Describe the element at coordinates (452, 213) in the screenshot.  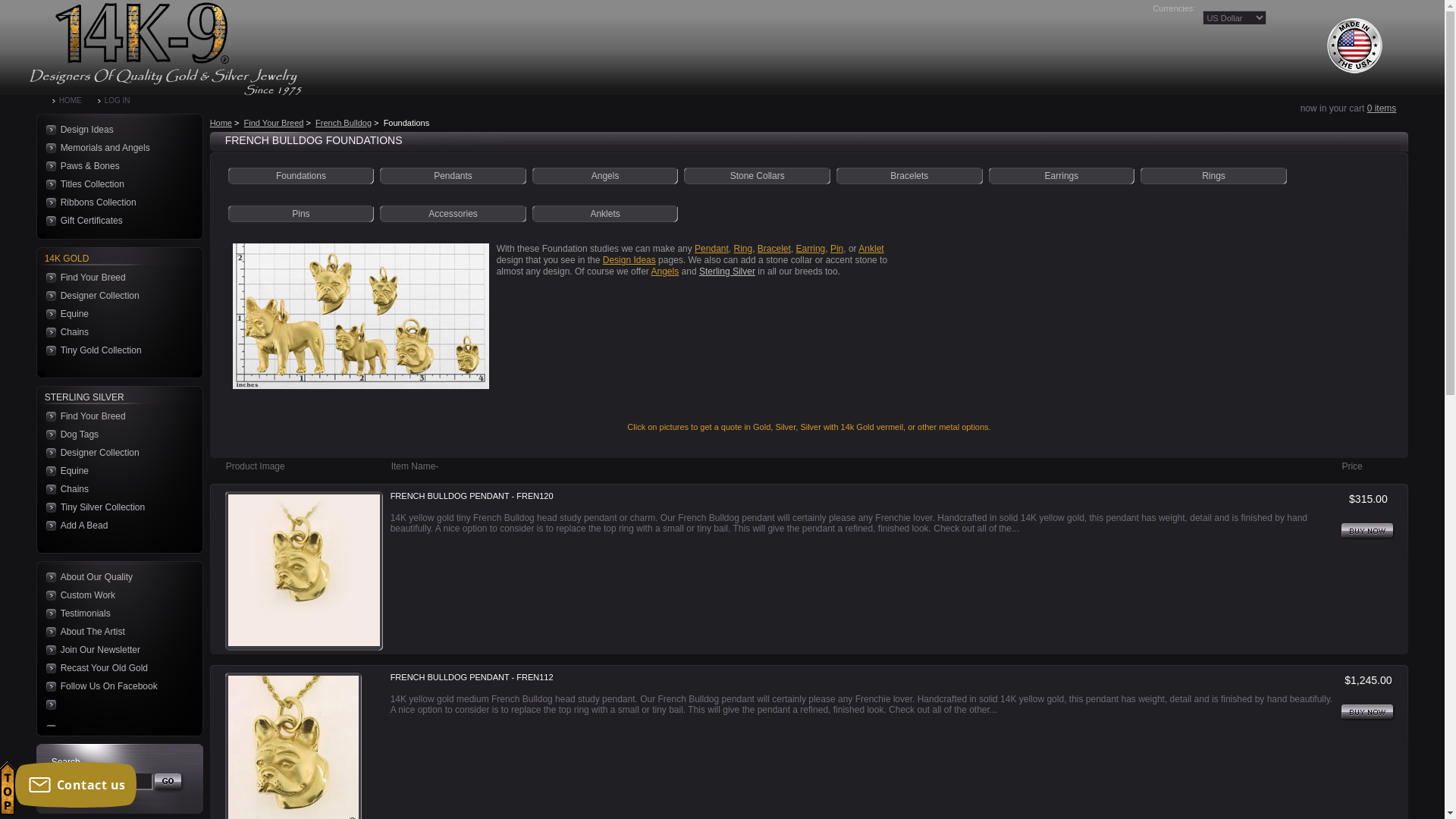
I see `'Accessories'` at that location.